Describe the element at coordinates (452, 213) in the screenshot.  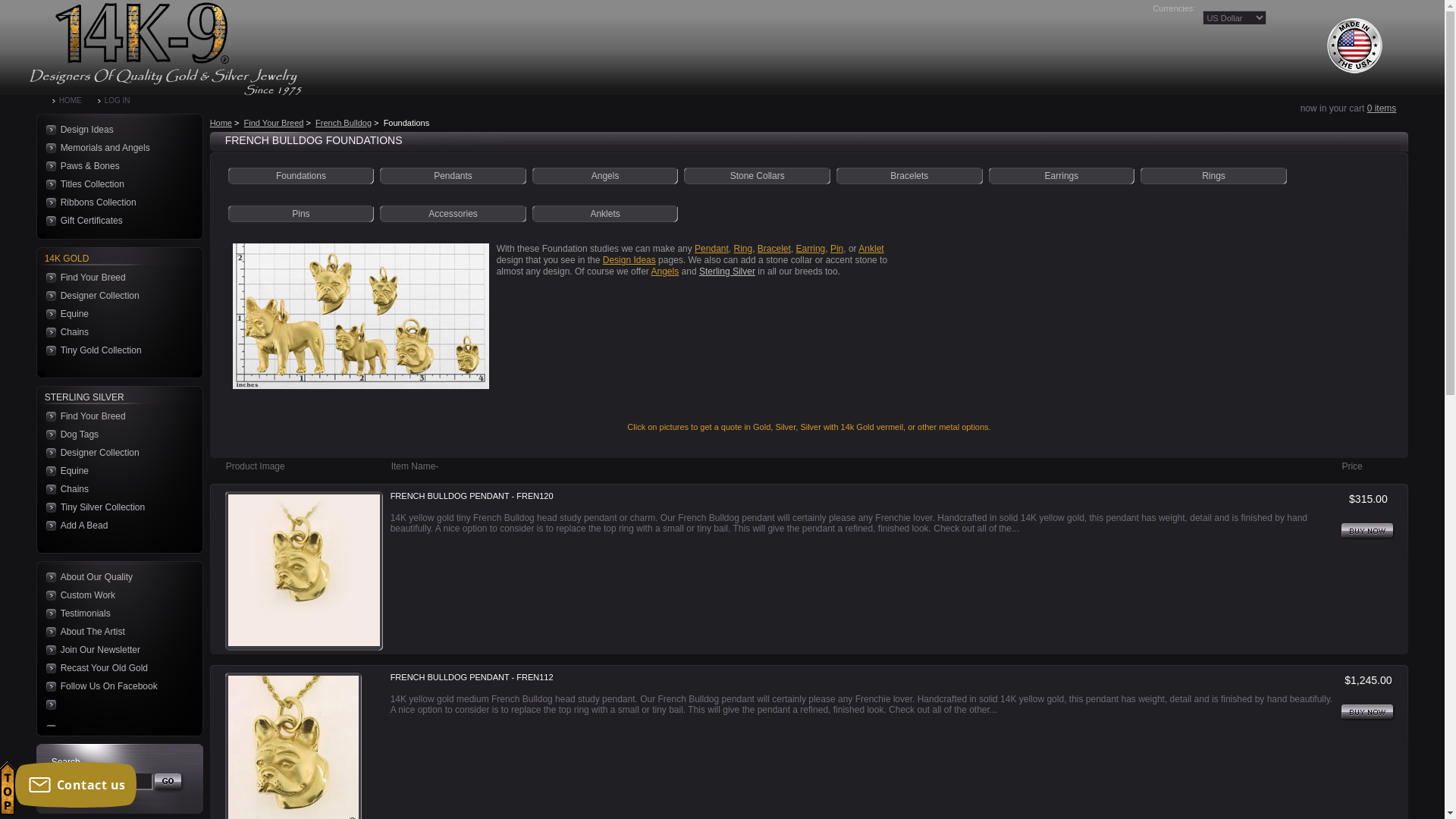
I see `'Accessories'` at that location.